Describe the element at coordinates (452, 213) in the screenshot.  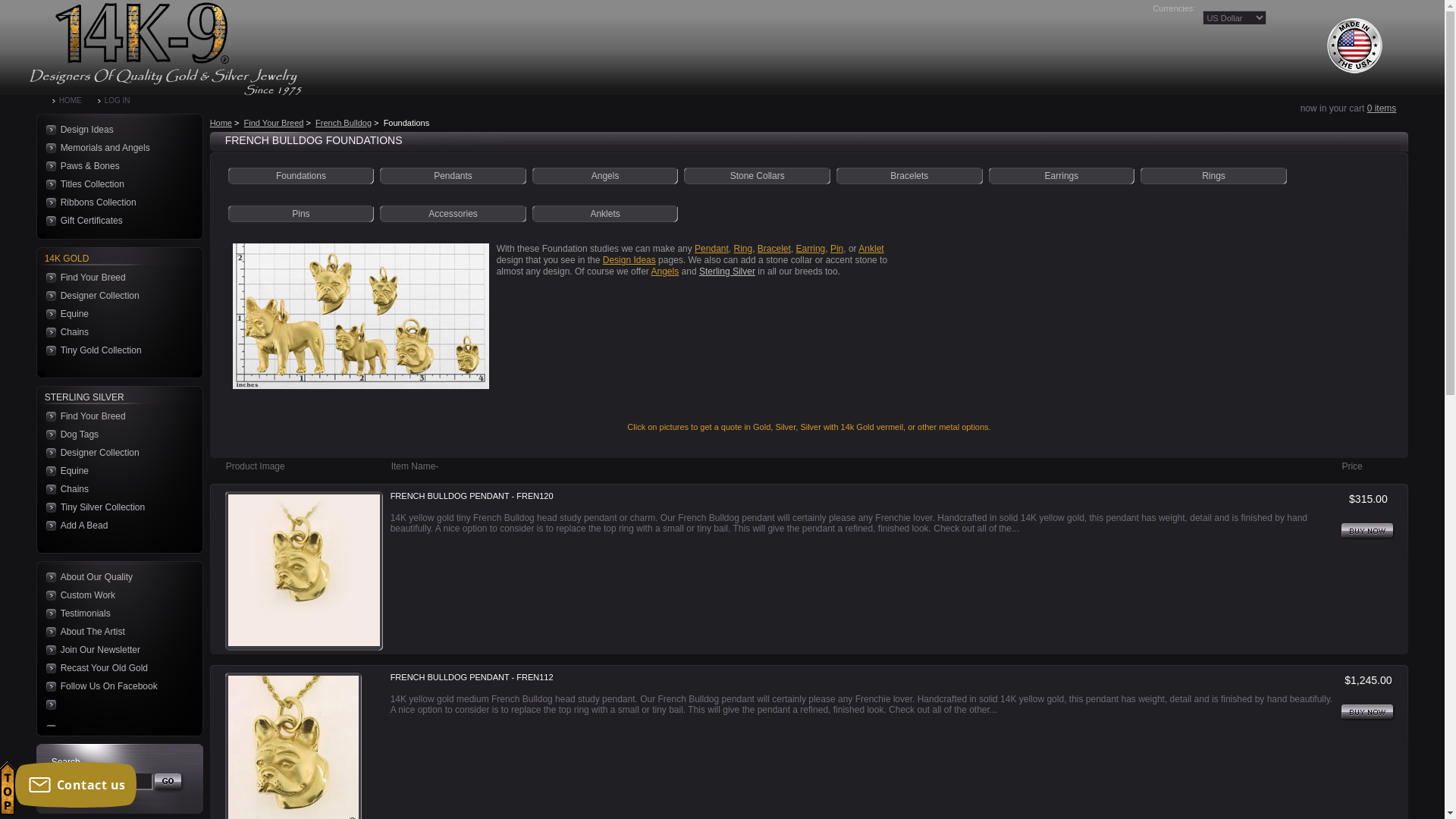
I see `'Accessories'` at that location.